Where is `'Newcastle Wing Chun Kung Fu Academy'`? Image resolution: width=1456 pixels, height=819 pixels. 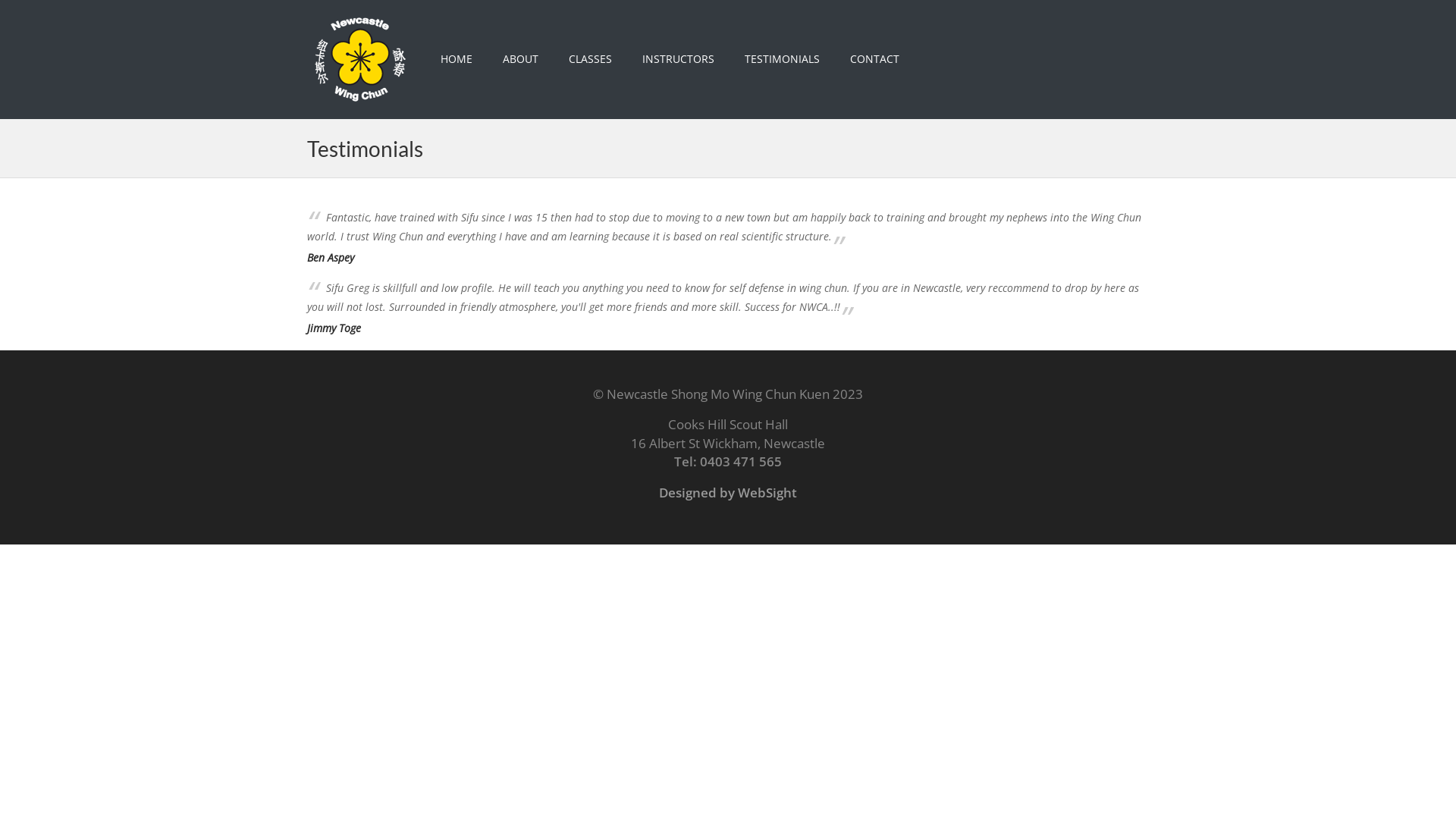
'Newcastle Wing Chun Kung Fu Academy' is located at coordinates (313, 58).